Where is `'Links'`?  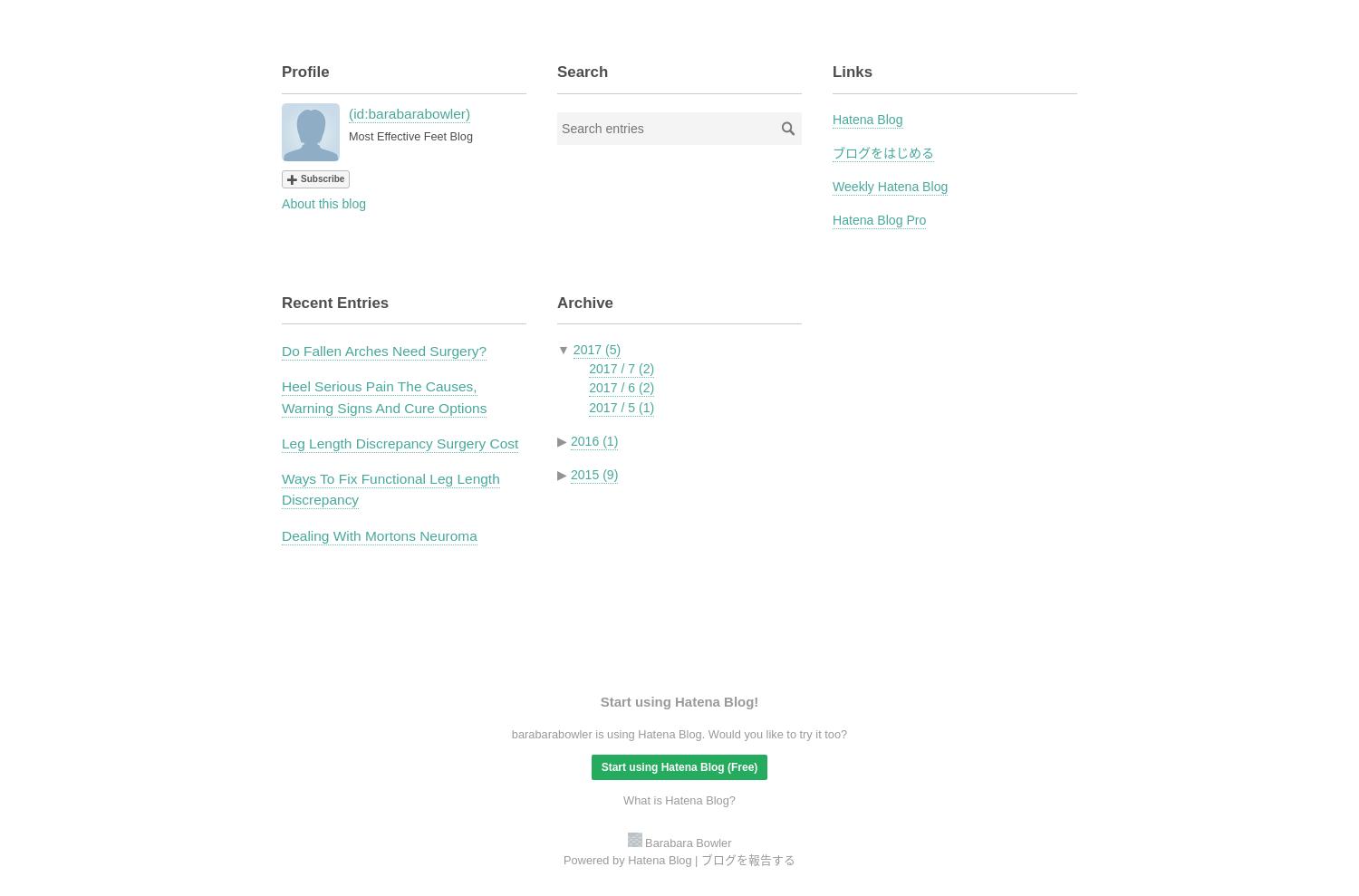 'Links' is located at coordinates (851, 72).